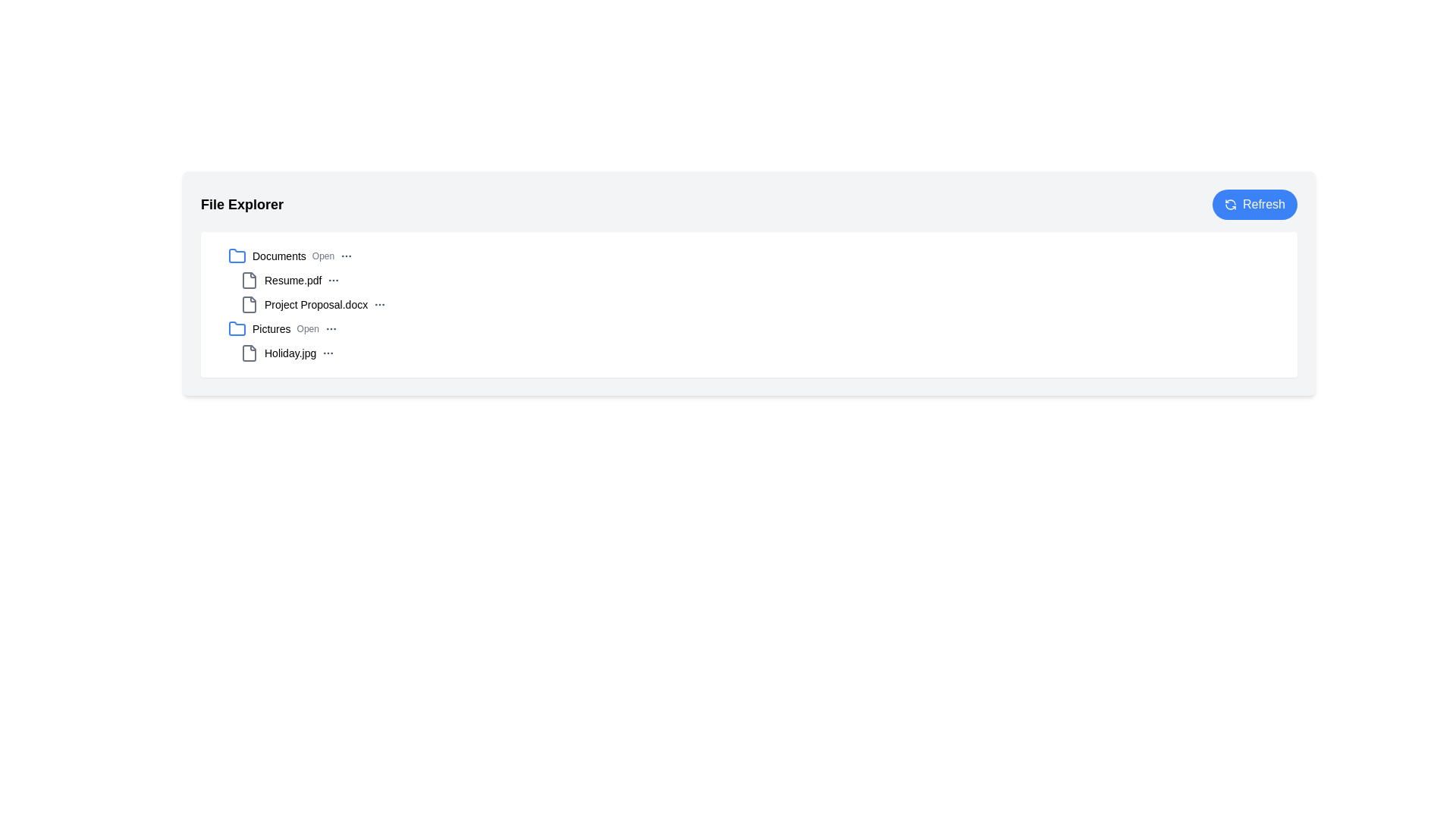 This screenshot has height=819, width=1456. Describe the element at coordinates (346, 256) in the screenshot. I see `the menu button located to the right of the 'Open' text` at that location.